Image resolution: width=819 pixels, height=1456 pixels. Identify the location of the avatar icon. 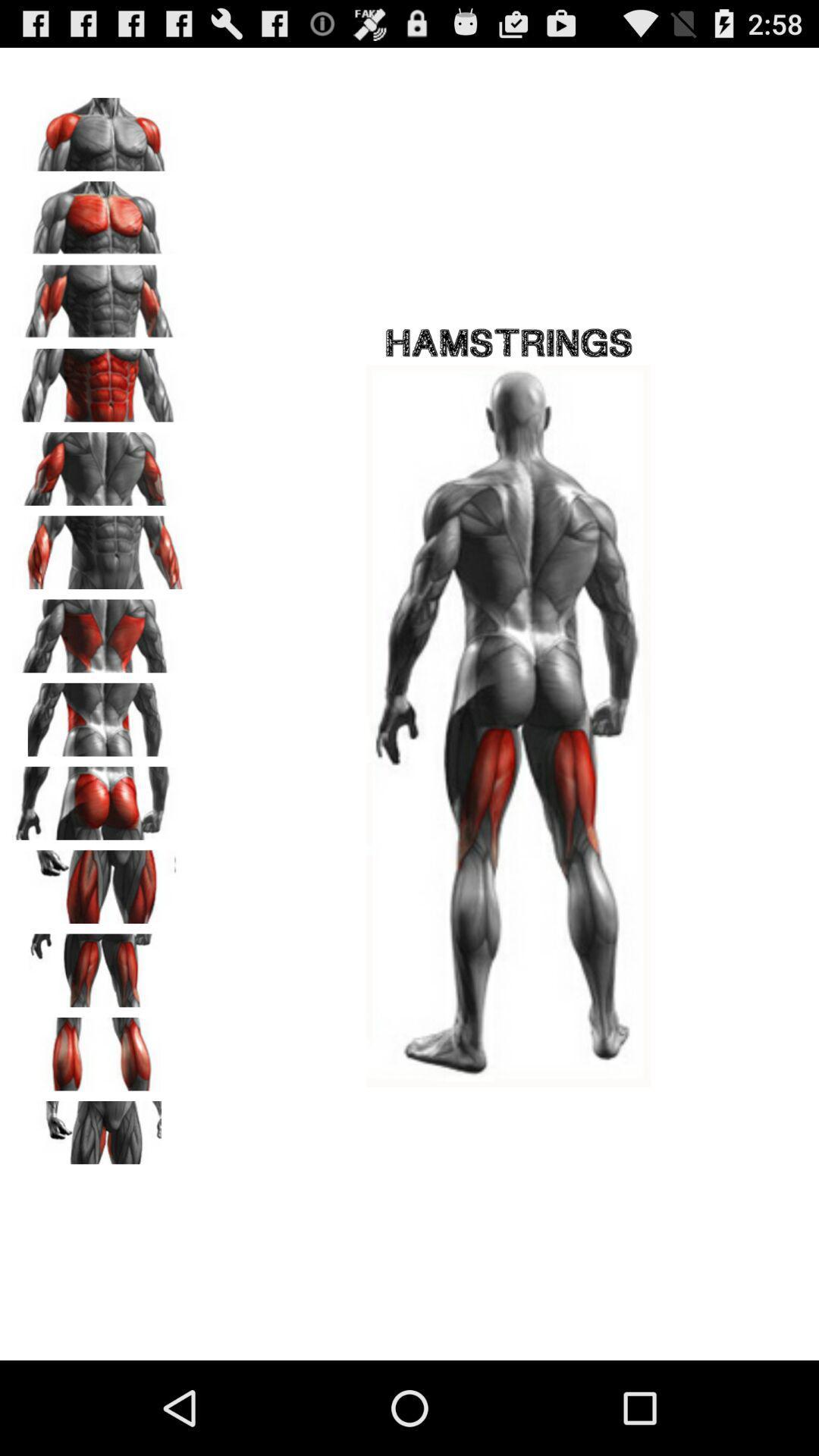
(99, 1211).